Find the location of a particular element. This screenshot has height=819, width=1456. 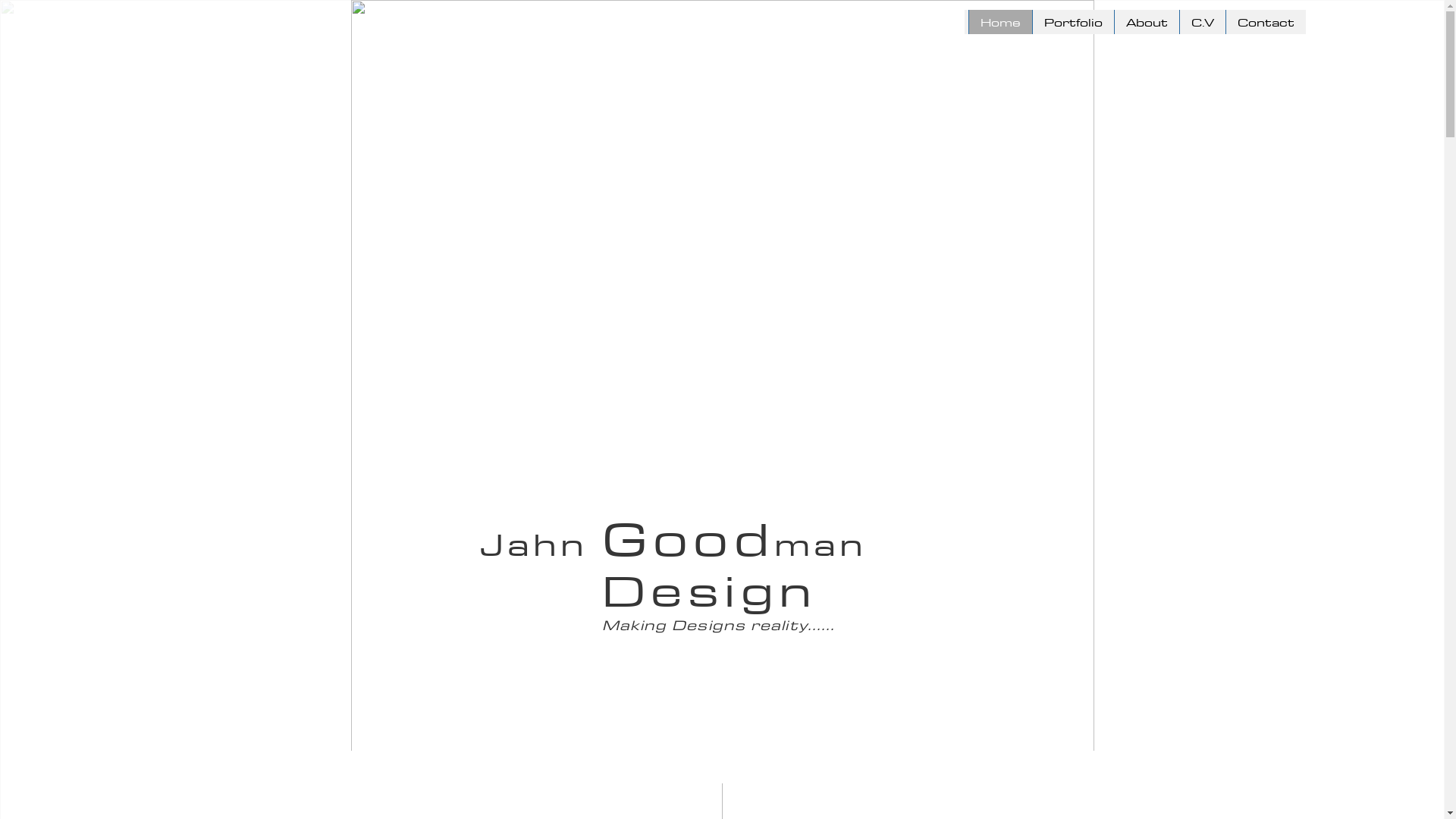

'Contact' is located at coordinates (1266, 22).